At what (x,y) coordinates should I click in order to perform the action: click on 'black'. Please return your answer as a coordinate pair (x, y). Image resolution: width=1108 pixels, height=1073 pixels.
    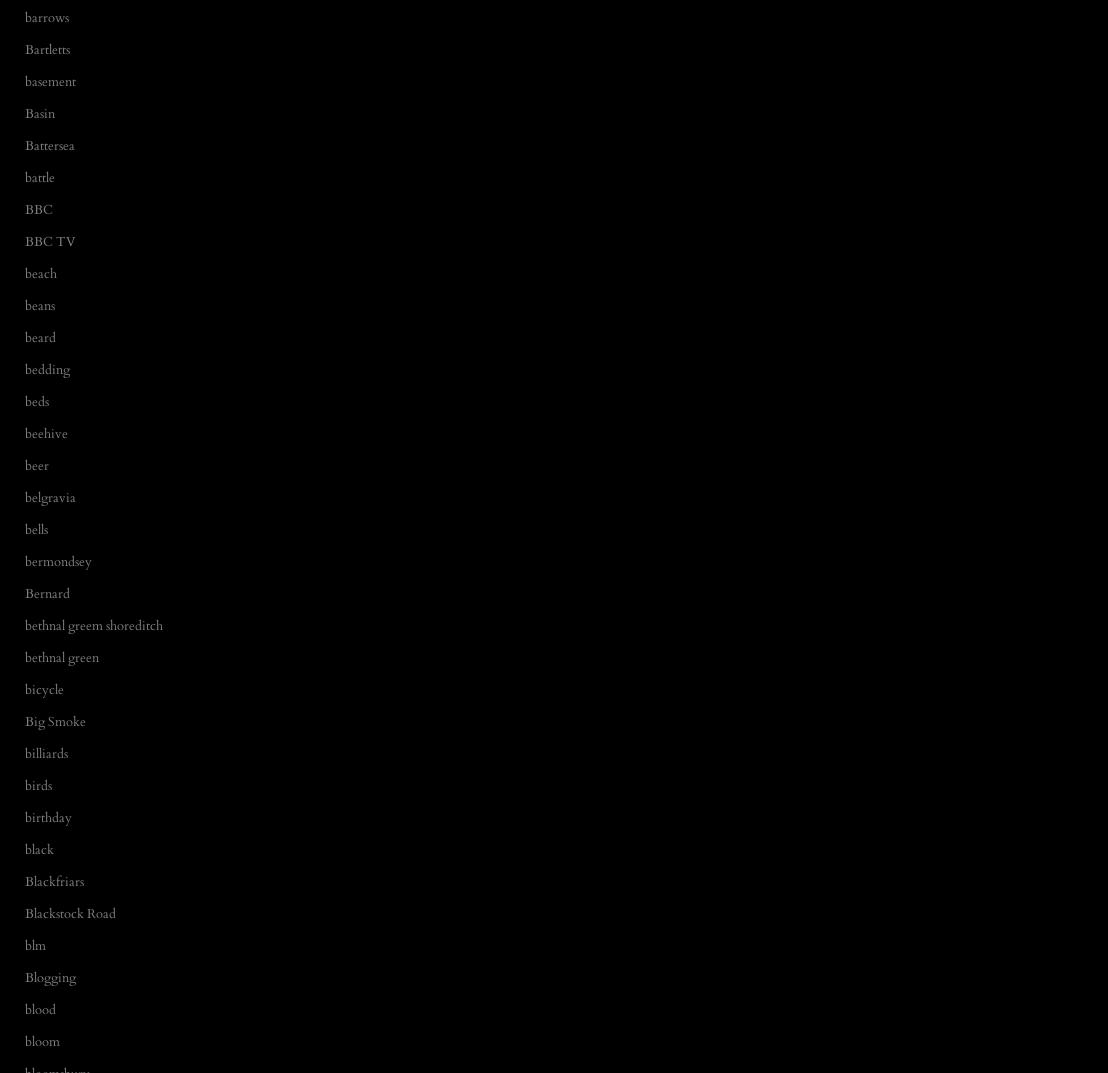
    Looking at the image, I should click on (39, 847).